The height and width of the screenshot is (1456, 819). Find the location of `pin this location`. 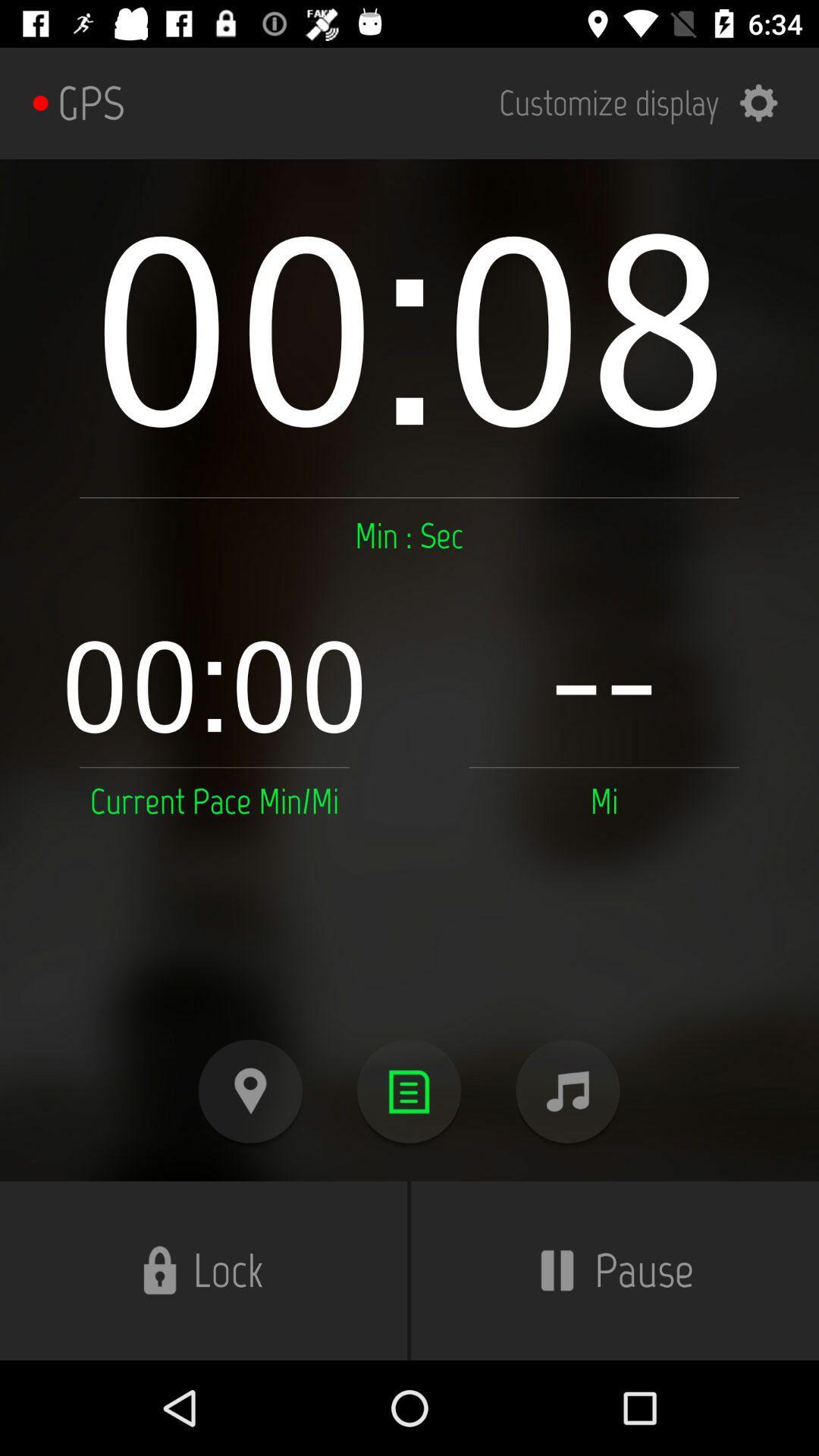

pin this location is located at coordinates (249, 1090).